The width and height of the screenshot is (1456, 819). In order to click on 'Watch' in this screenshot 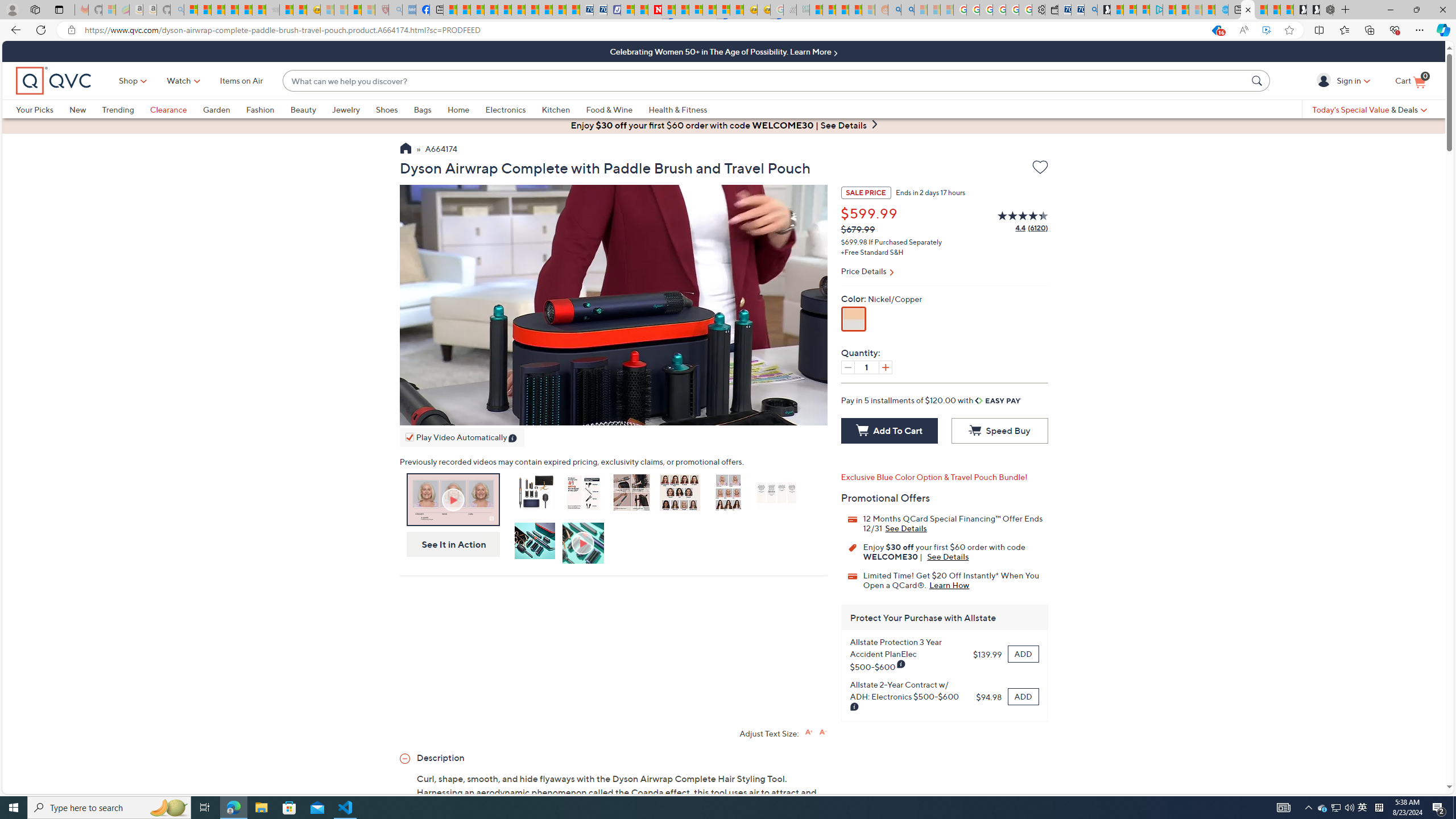, I will do `click(178, 80)`.